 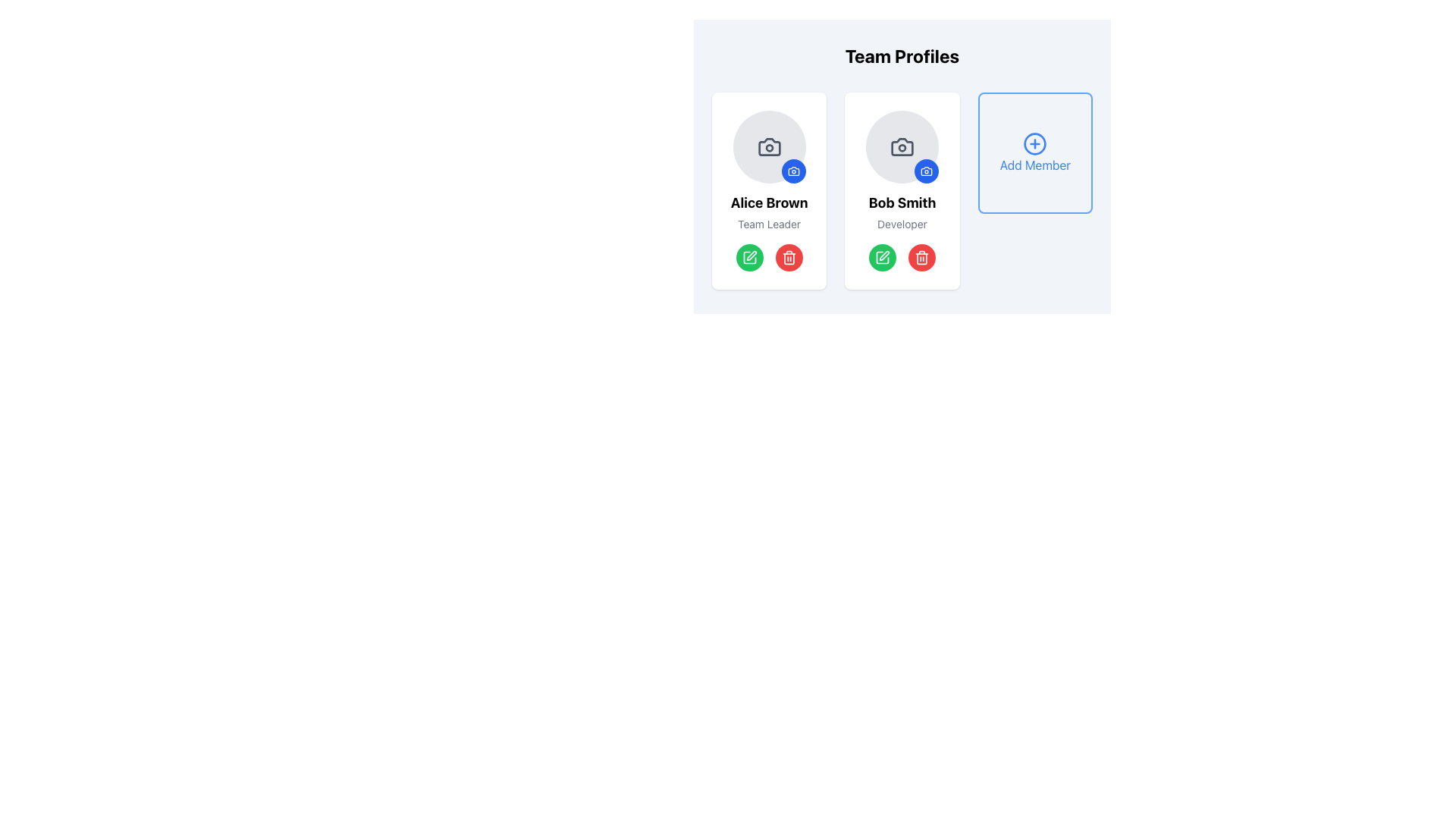 I want to click on the green circular edit button with a white pen symbol located in the lower-left corner of Bob Smith's profile card to initiate editing, so click(x=882, y=256).